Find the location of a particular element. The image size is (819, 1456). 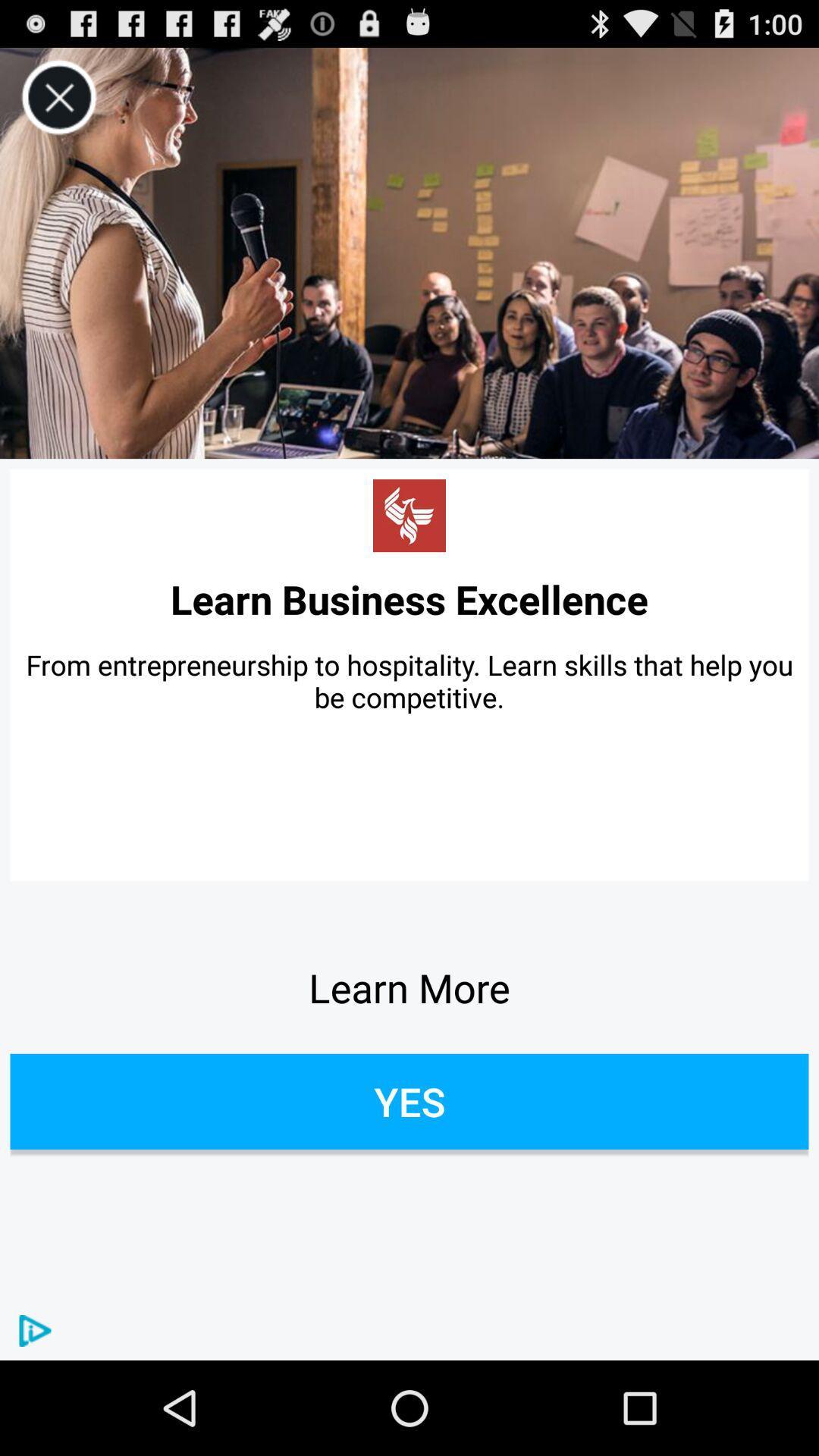

learn business excellence is located at coordinates (409, 598).